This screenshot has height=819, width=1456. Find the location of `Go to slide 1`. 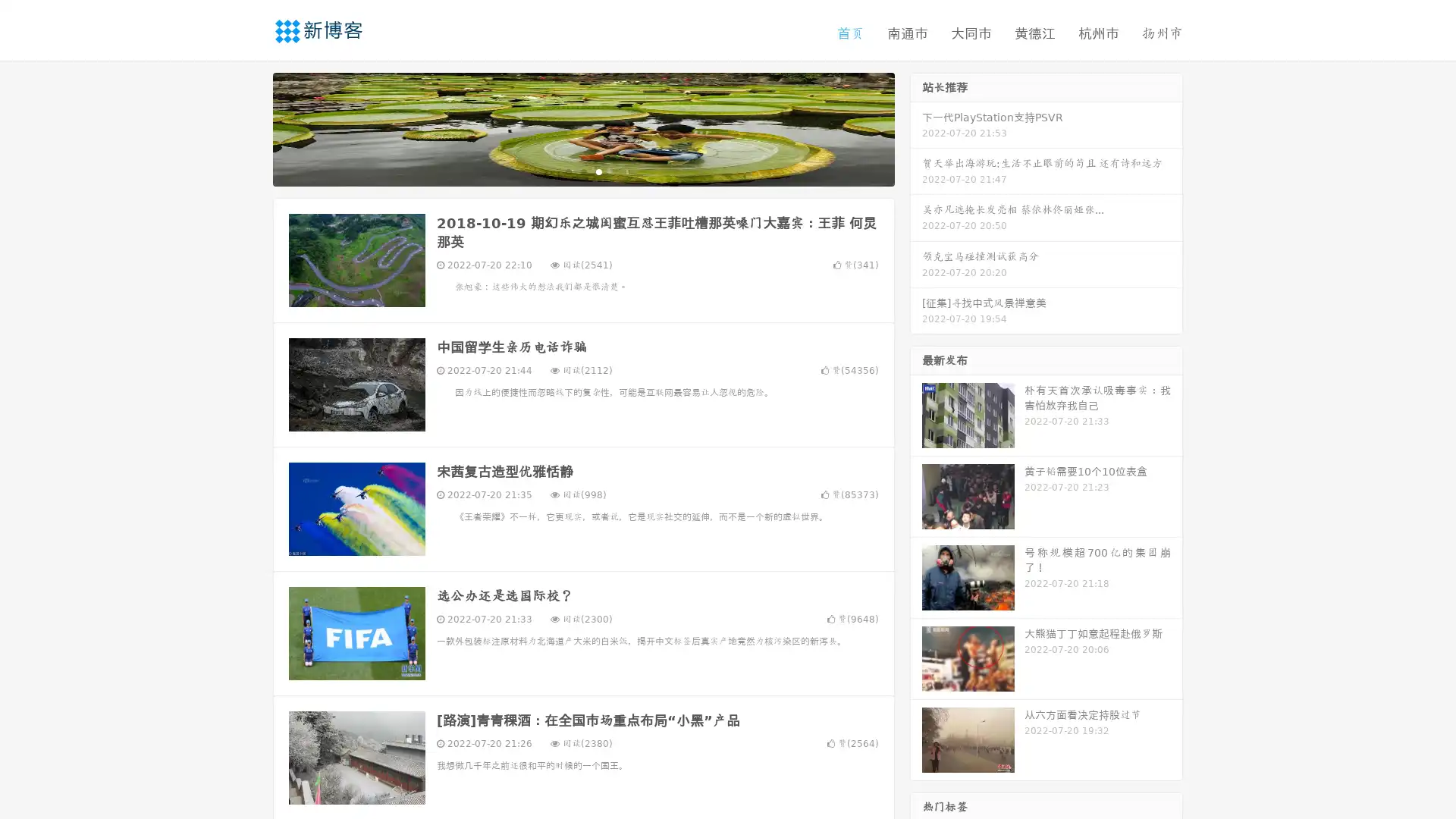

Go to slide 1 is located at coordinates (567, 171).